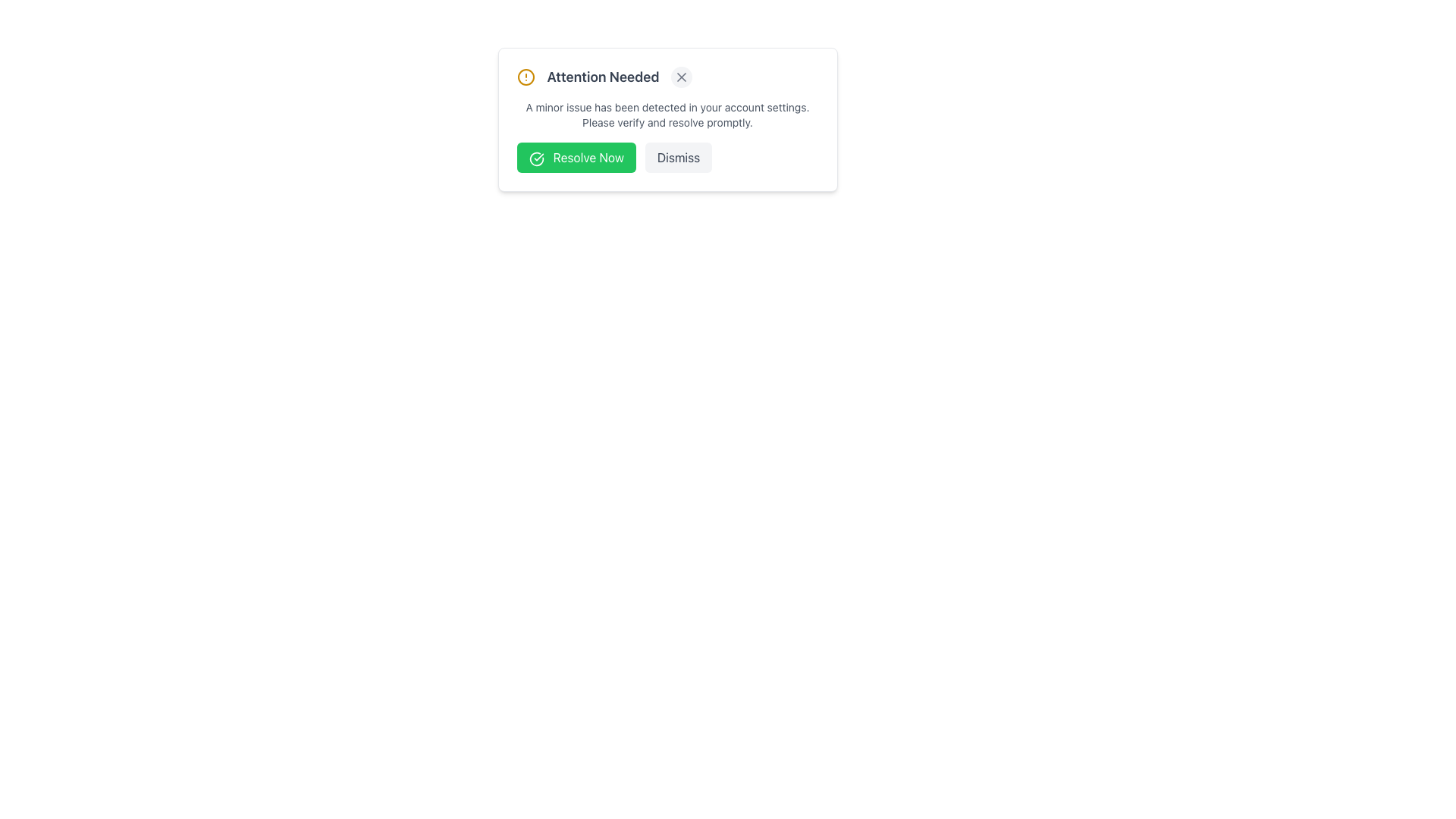  Describe the element at coordinates (536, 158) in the screenshot. I see `the icon located within the green 'Resolve Now' button, which visually reinforces the context of task completion` at that location.